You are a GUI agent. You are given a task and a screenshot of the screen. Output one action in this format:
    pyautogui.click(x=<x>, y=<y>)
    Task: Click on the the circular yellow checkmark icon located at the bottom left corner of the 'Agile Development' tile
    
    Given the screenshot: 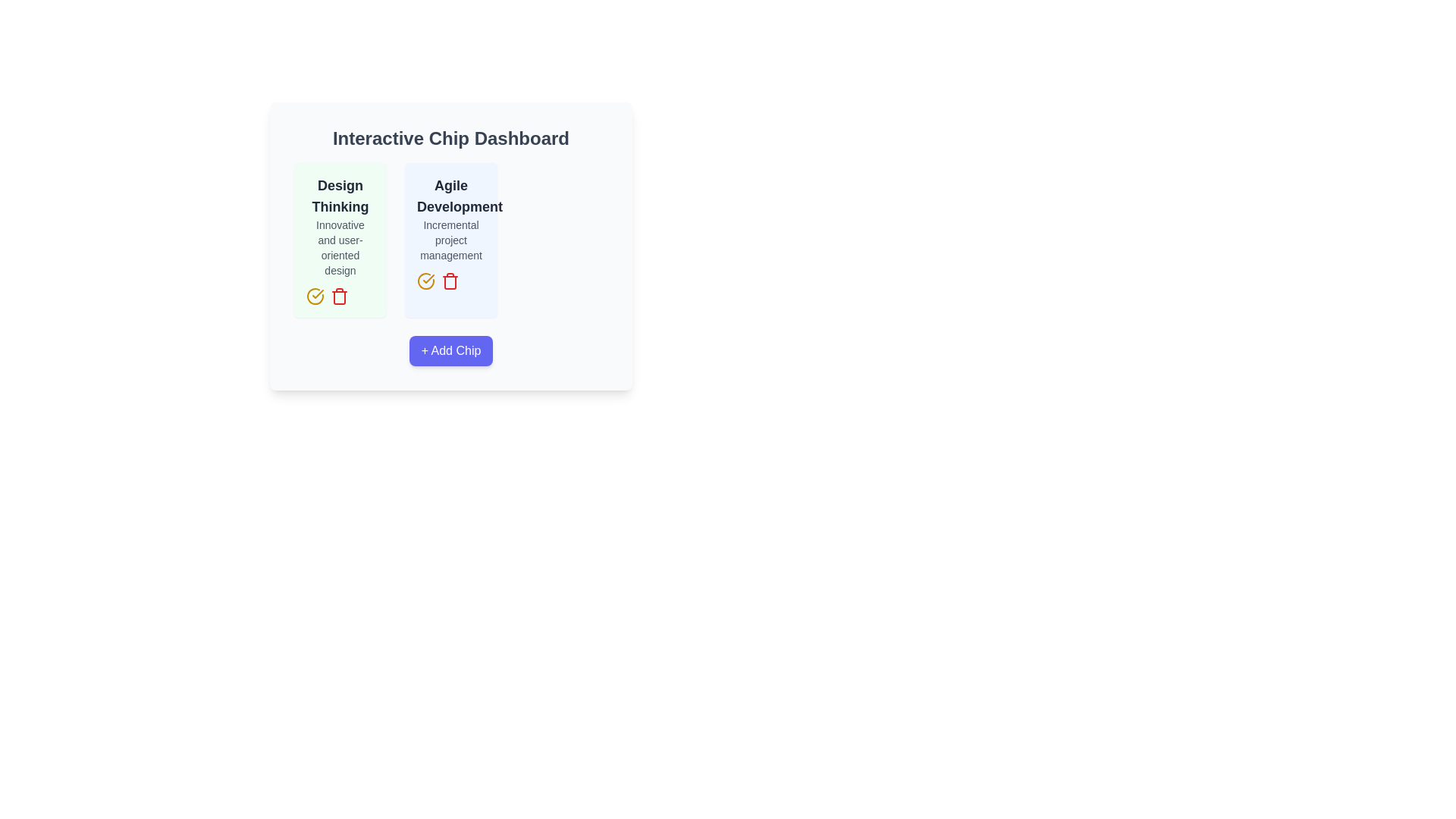 What is the action you would take?
    pyautogui.click(x=425, y=281)
    